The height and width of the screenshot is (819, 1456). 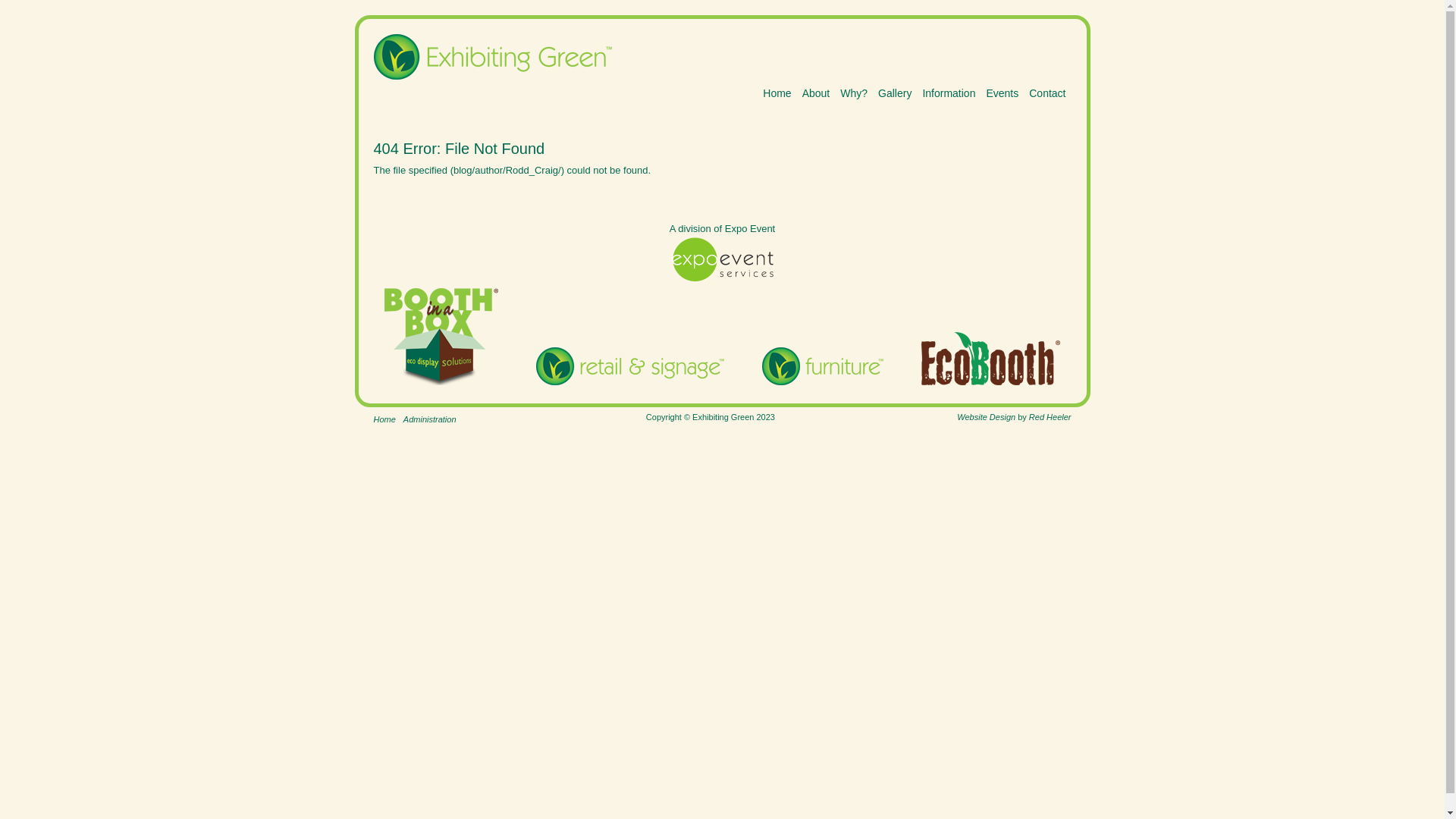 I want to click on 'Why?', so click(x=854, y=93).